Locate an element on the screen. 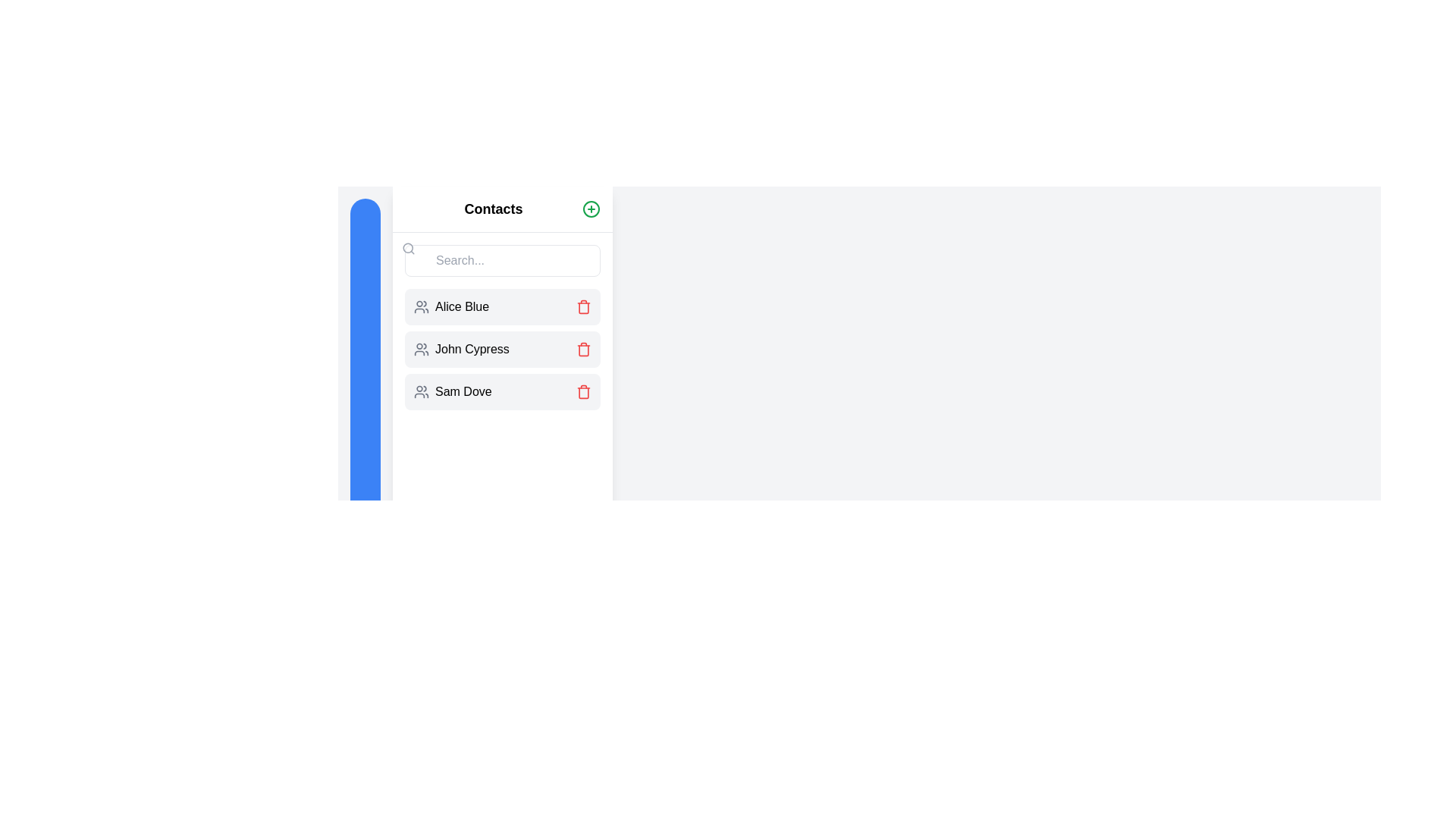 The height and width of the screenshot is (819, 1456). the gray icon resembling a group of two individuals located at the leftmost position of a horizontal layout, which includes a text label 'Alice Blue' to its right is located at coordinates (422, 307).